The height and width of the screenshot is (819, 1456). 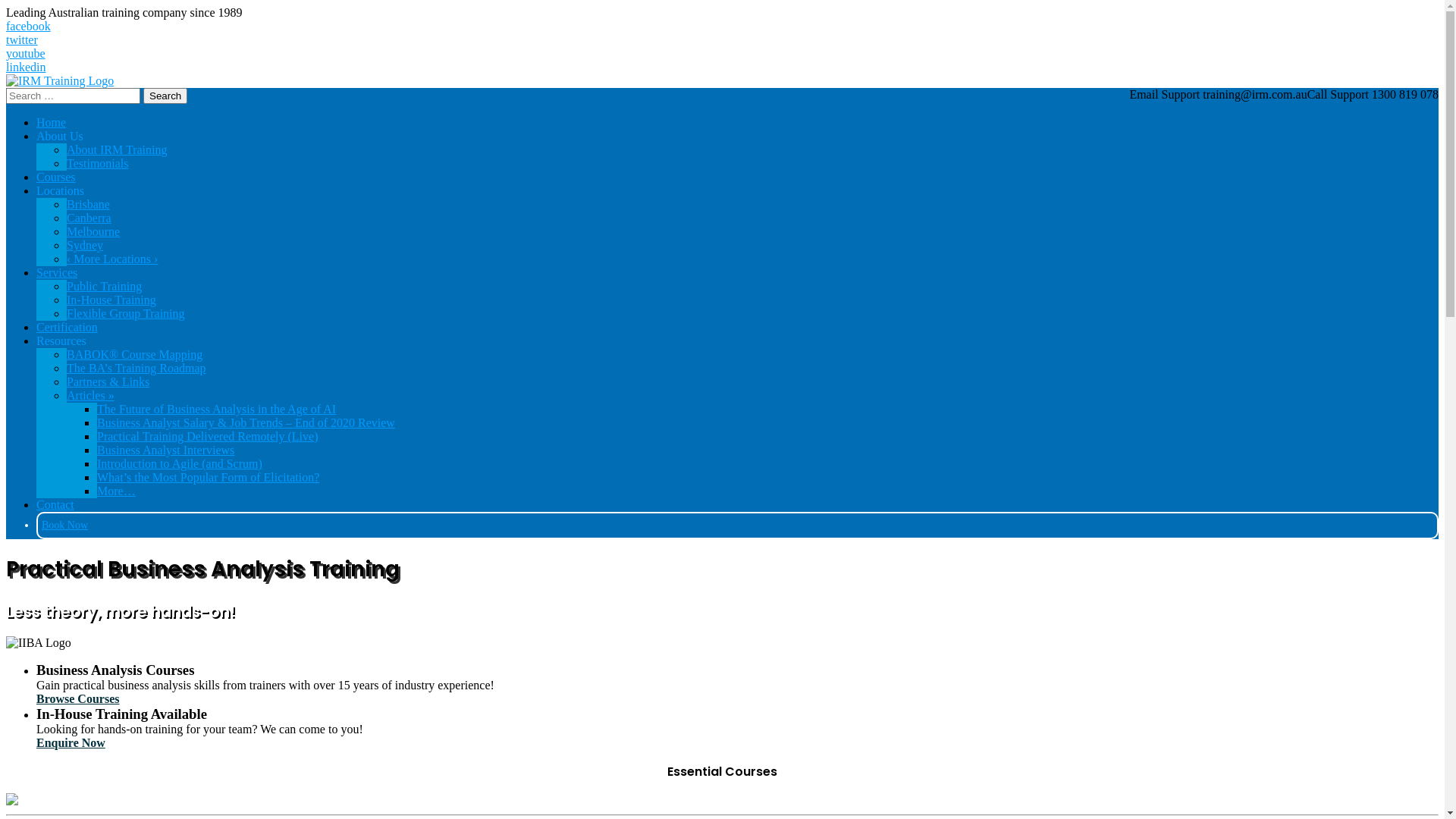 I want to click on 'Services', so click(x=57, y=271).